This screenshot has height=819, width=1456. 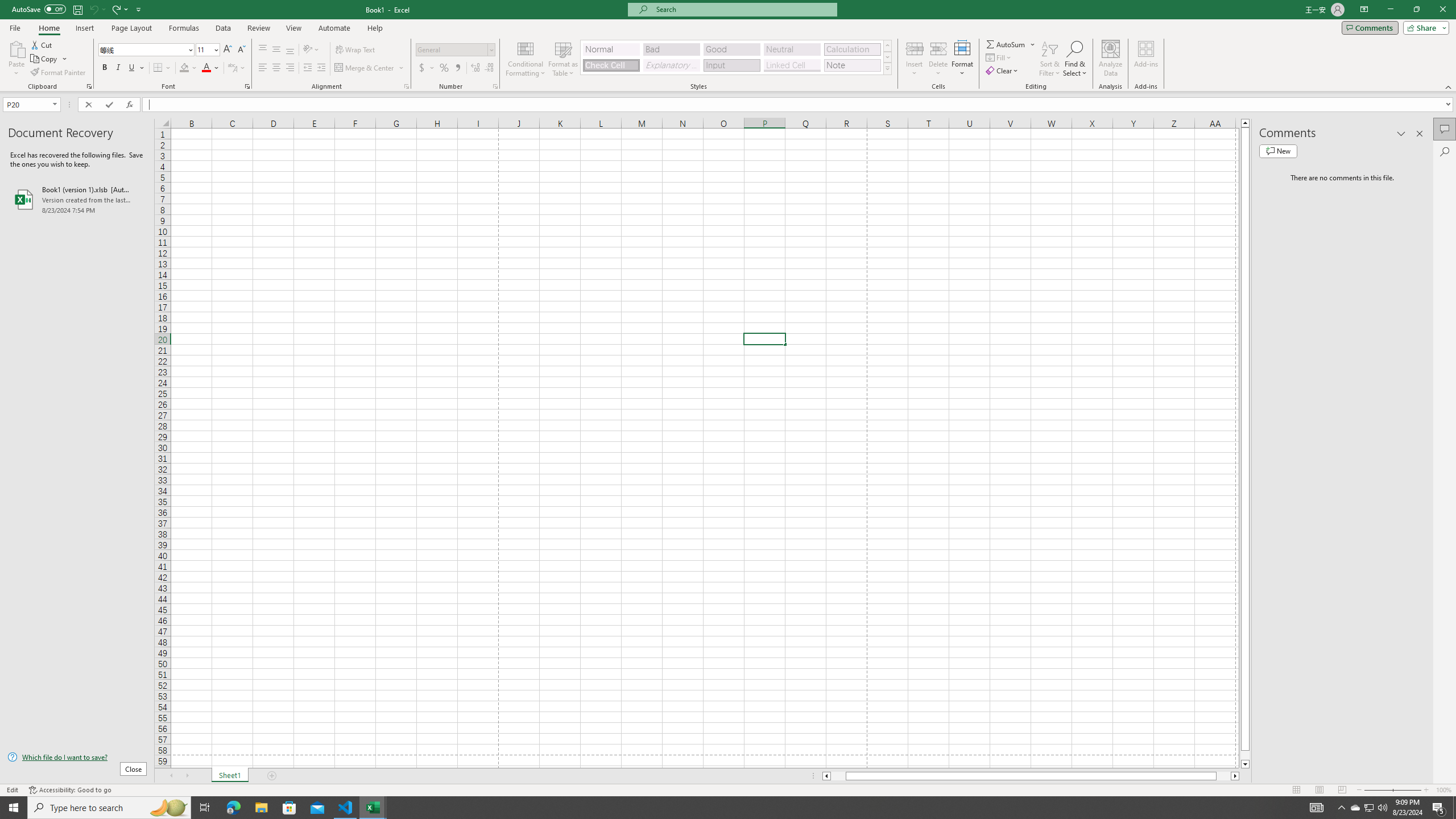 What do you see at coordinates (48, 28) in the screenshot?
I see `'Home'` at bounding box center [48, 28].